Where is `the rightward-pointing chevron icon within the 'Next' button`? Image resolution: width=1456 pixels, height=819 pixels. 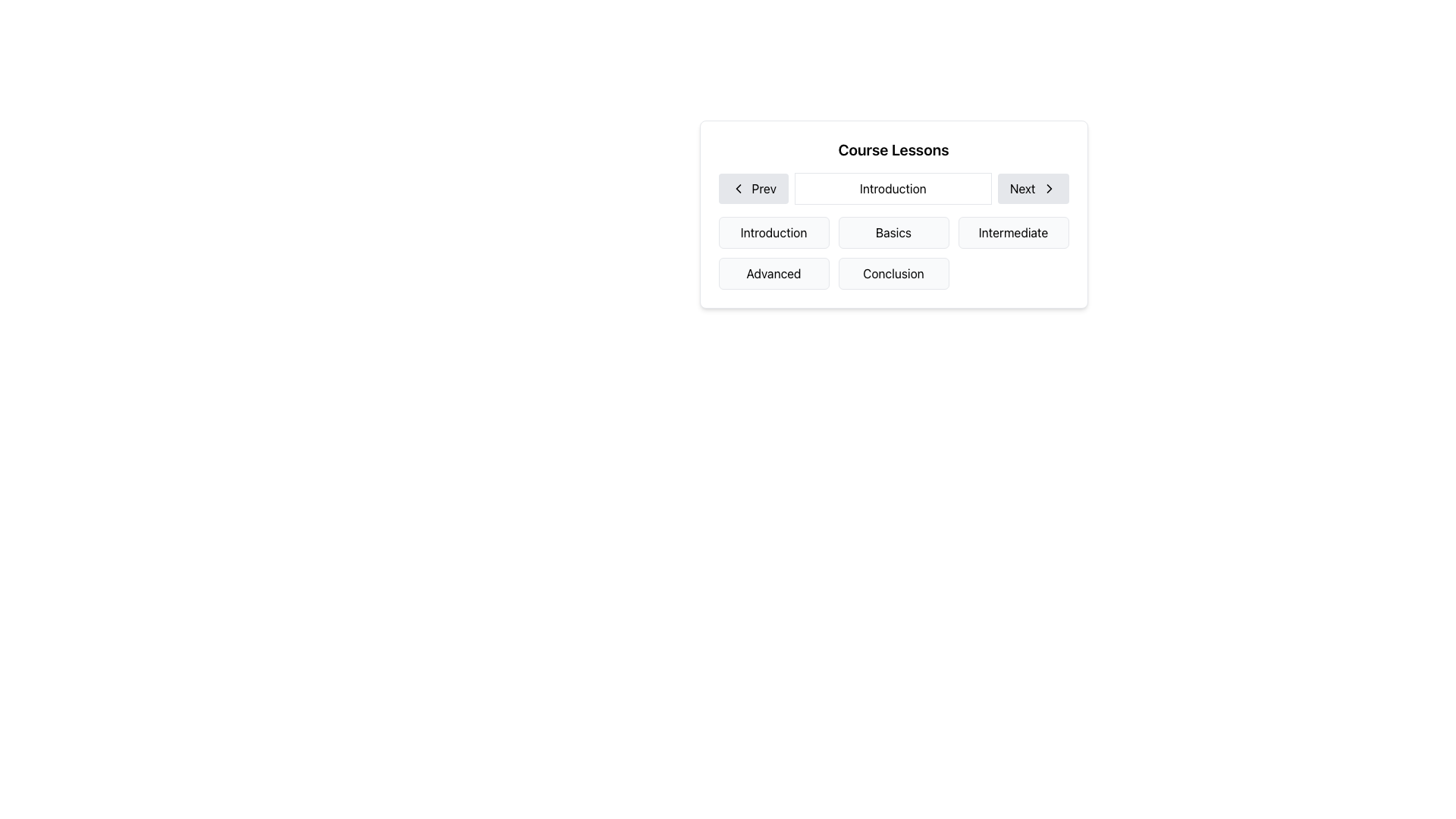
the rightward-pointing chevron icon within the 'Next' button is located at coordinates (1048, 188).